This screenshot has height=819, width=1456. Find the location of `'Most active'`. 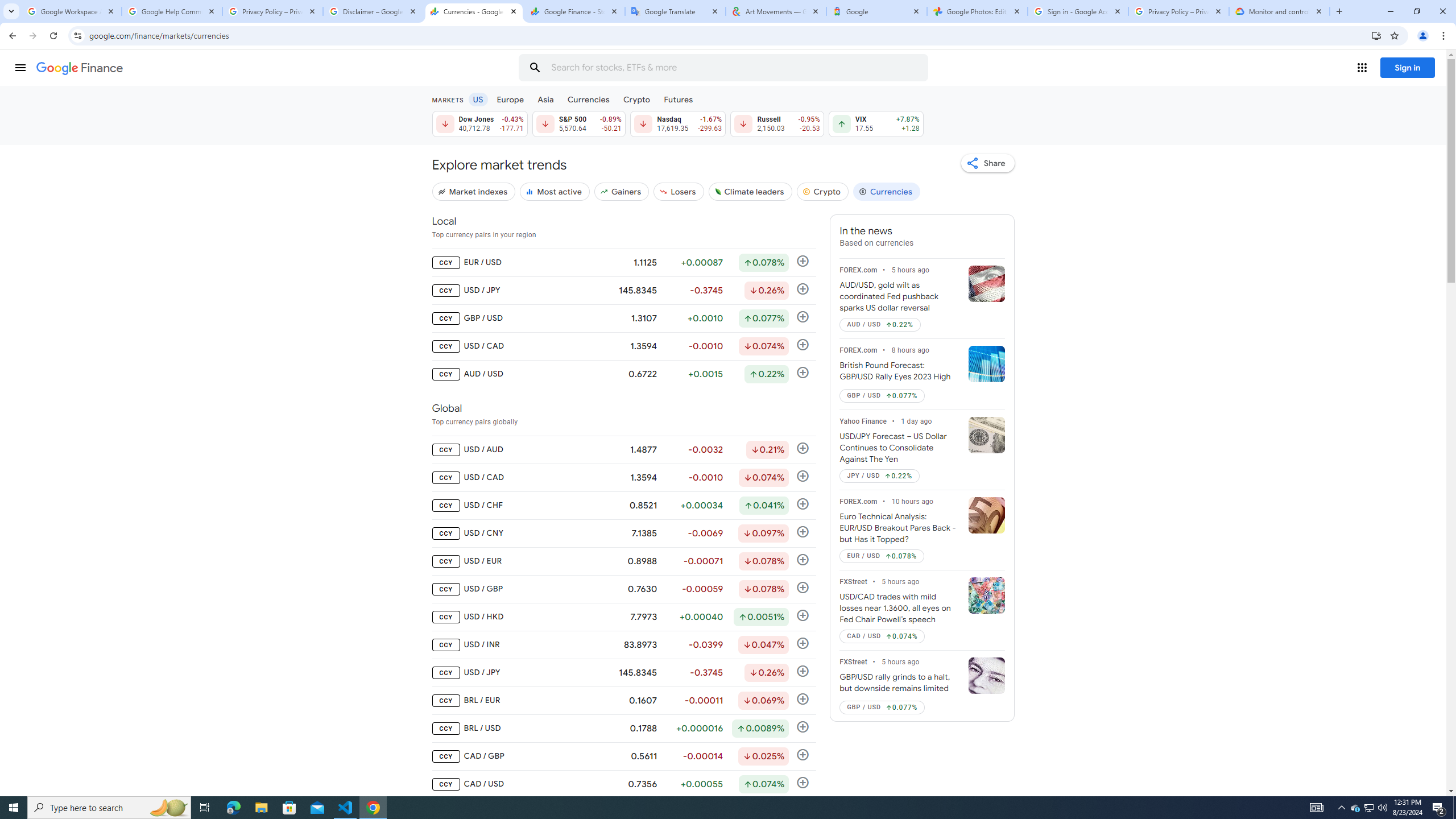

'Most active' is located at coordinates (554, 191).